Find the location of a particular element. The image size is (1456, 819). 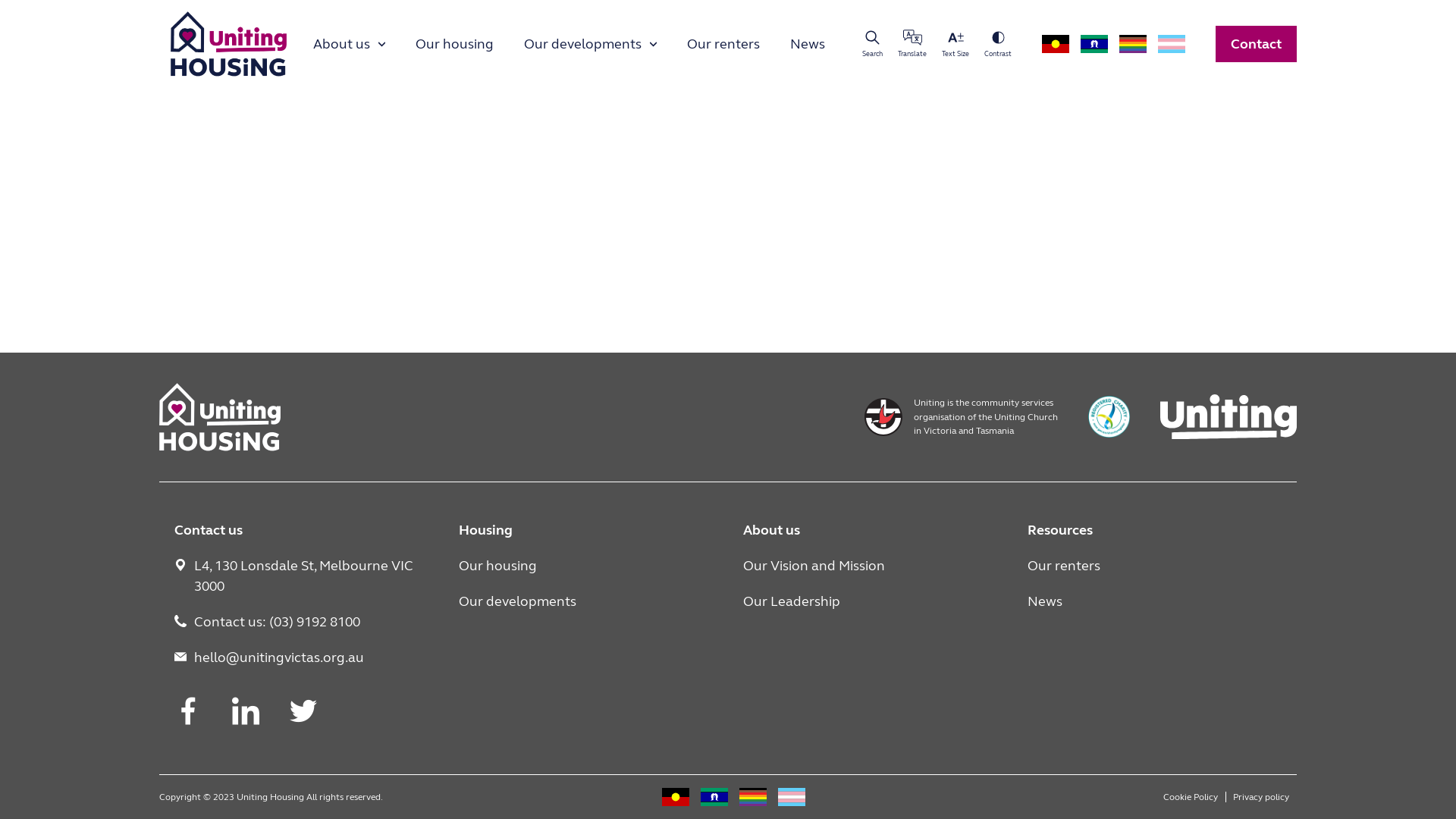

'LinkedIn' is located at coordinates (246, 711).